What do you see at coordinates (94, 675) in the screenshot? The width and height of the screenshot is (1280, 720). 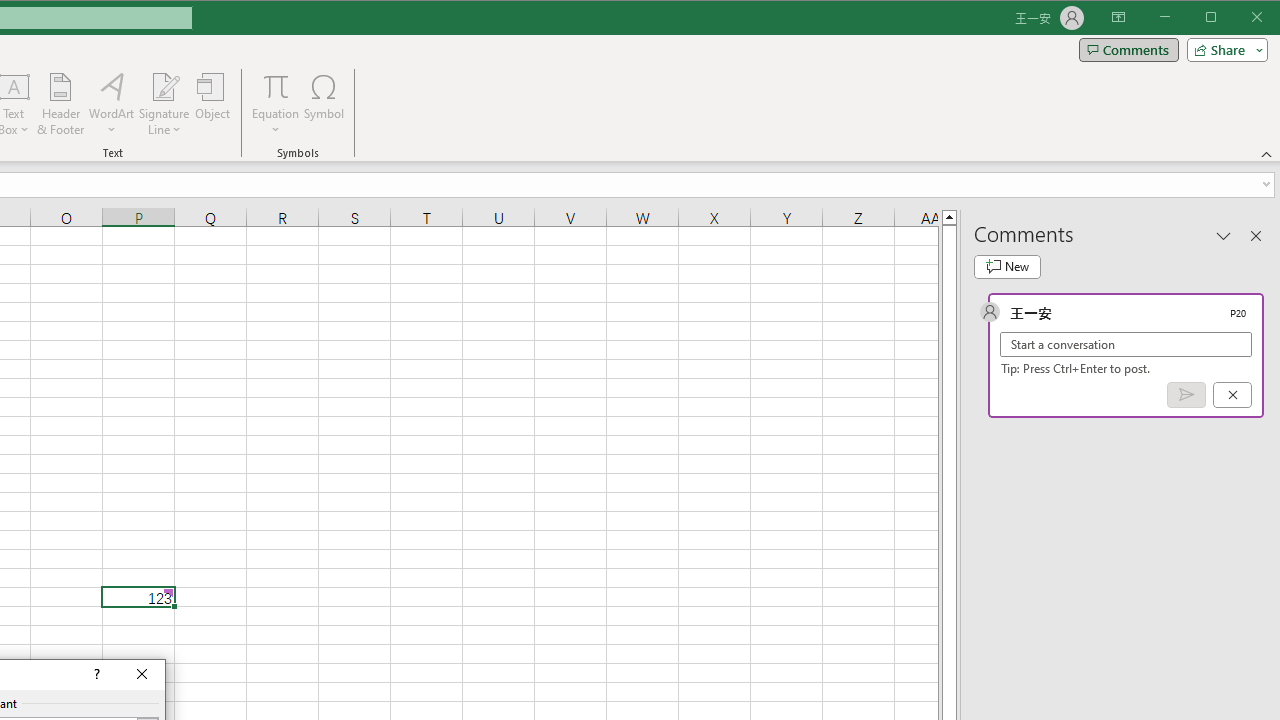 I see `'Context help'` at bounding box center [94, 675].